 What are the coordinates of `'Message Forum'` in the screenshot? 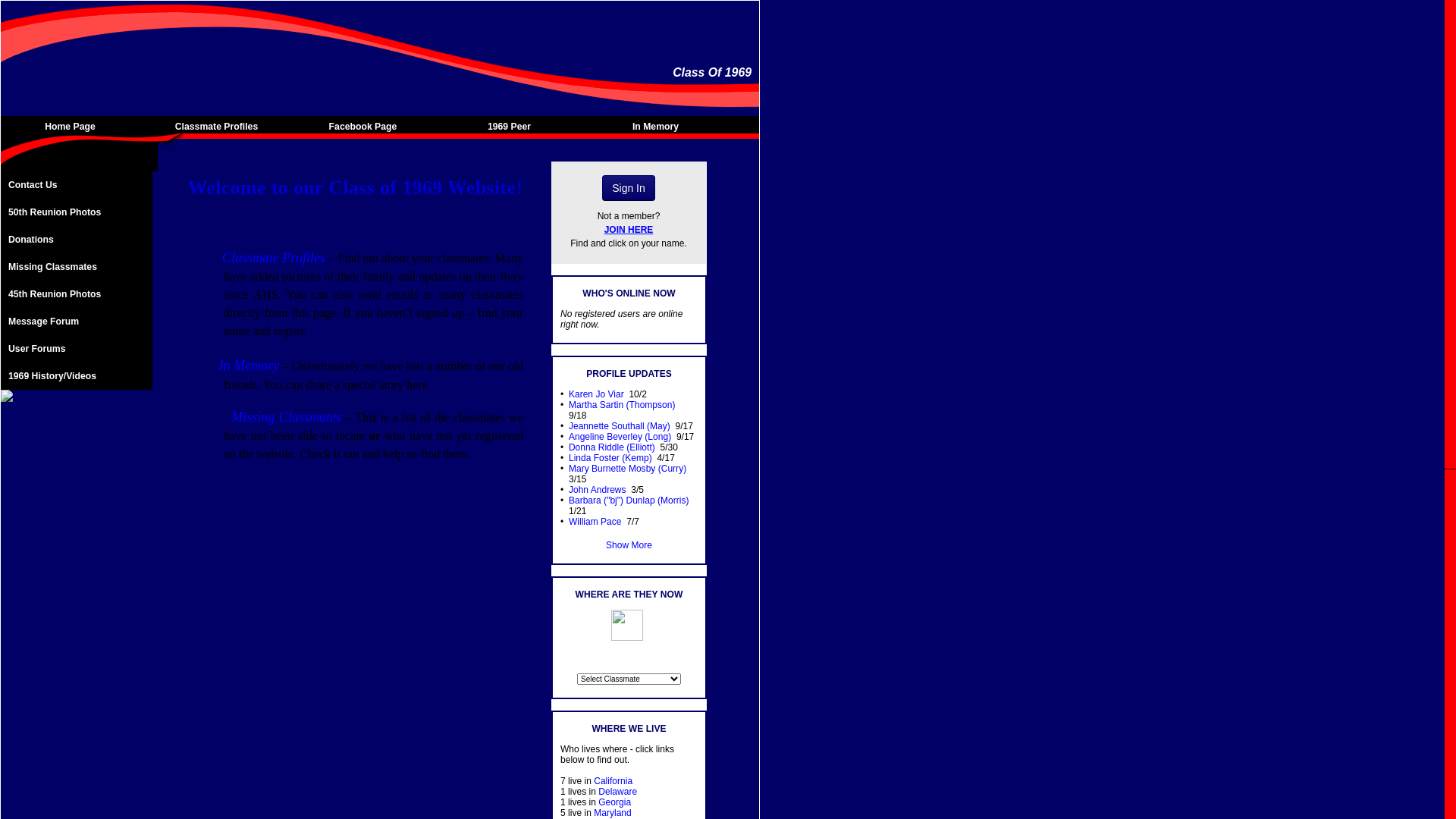 It's located at (75, 321).